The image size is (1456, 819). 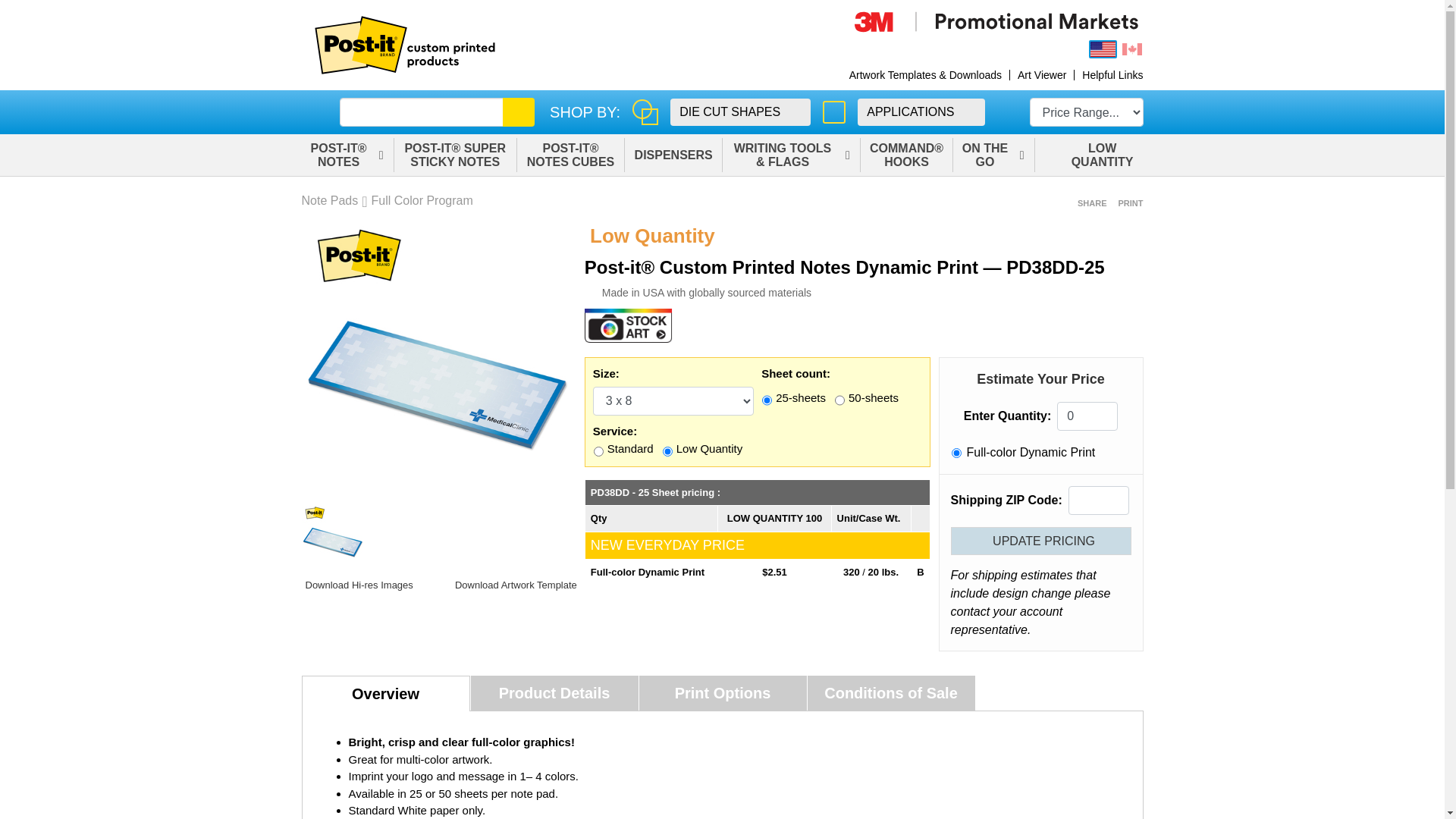 What do you see at coordinates (385, 693) in the screenshot?
I see `'Overview'` at bounding box center [385, 693].